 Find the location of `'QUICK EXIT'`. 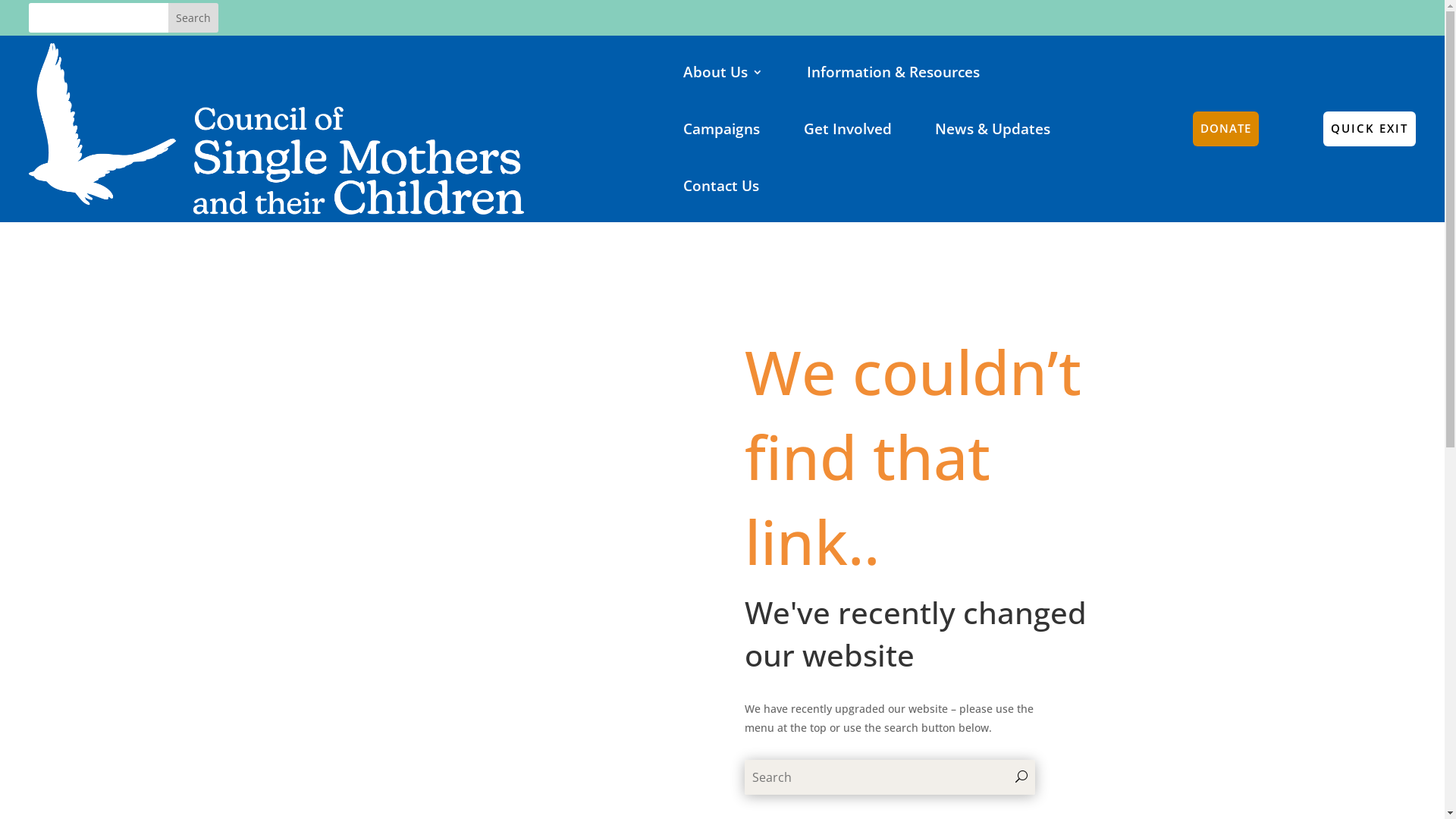

'QUICK EXIT' is located at coordinates (1323, 127).